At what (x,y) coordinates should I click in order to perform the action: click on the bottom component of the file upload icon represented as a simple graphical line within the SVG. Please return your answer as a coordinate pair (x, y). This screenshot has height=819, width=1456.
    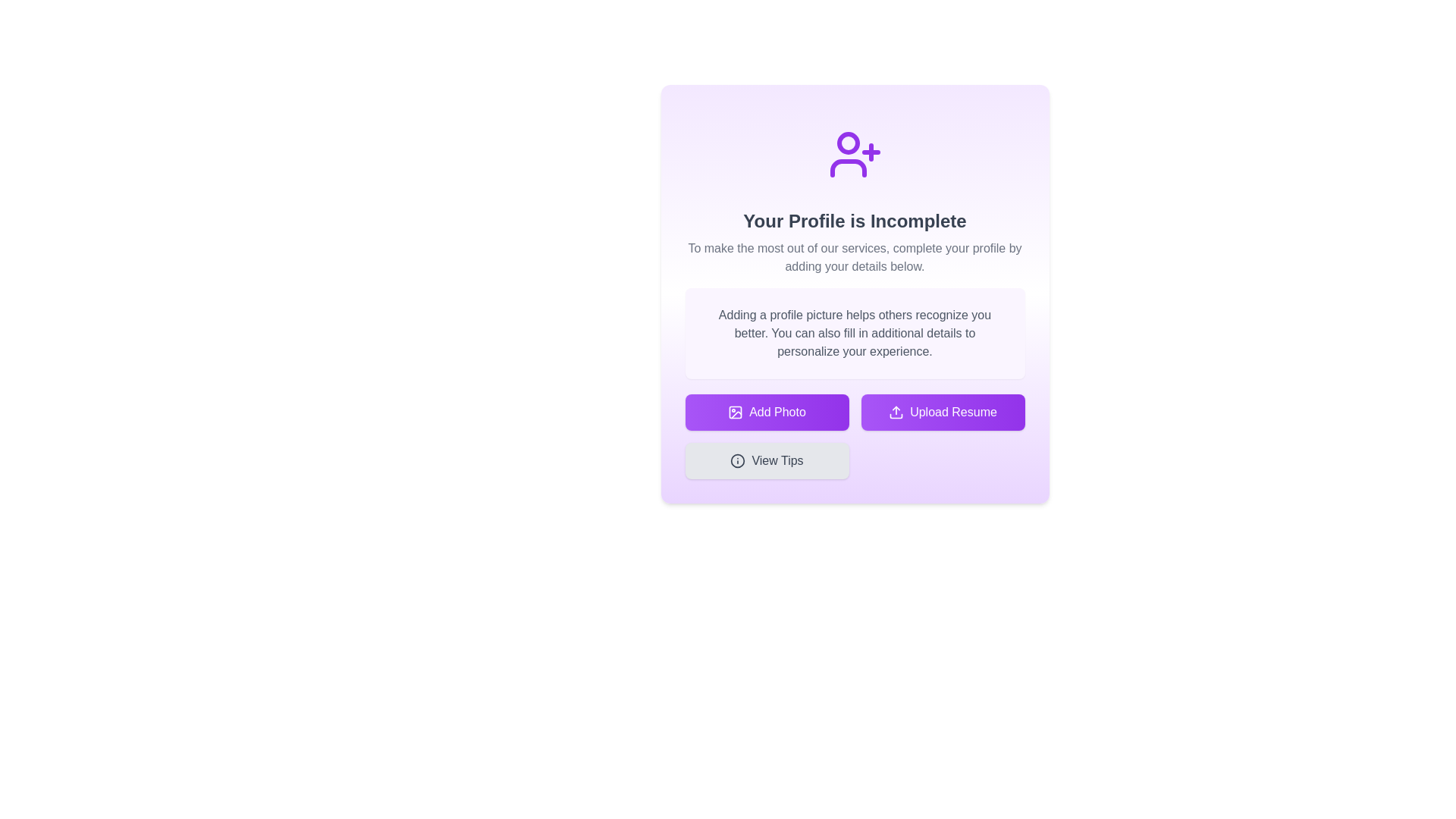
    Looking at the image, I should click on (896, 416).